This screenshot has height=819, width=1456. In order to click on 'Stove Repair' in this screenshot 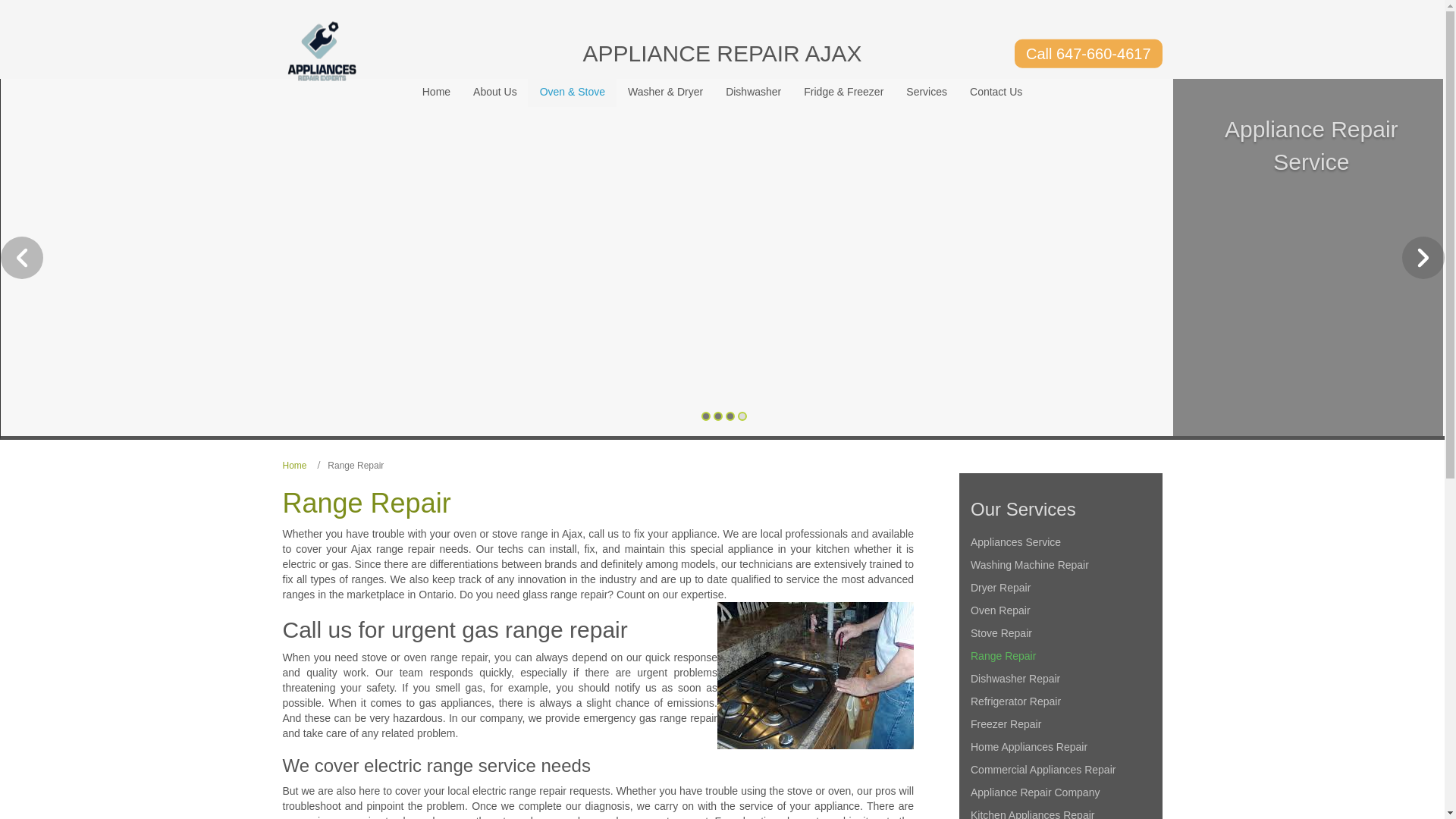, I will do `click(1059, 632)`.